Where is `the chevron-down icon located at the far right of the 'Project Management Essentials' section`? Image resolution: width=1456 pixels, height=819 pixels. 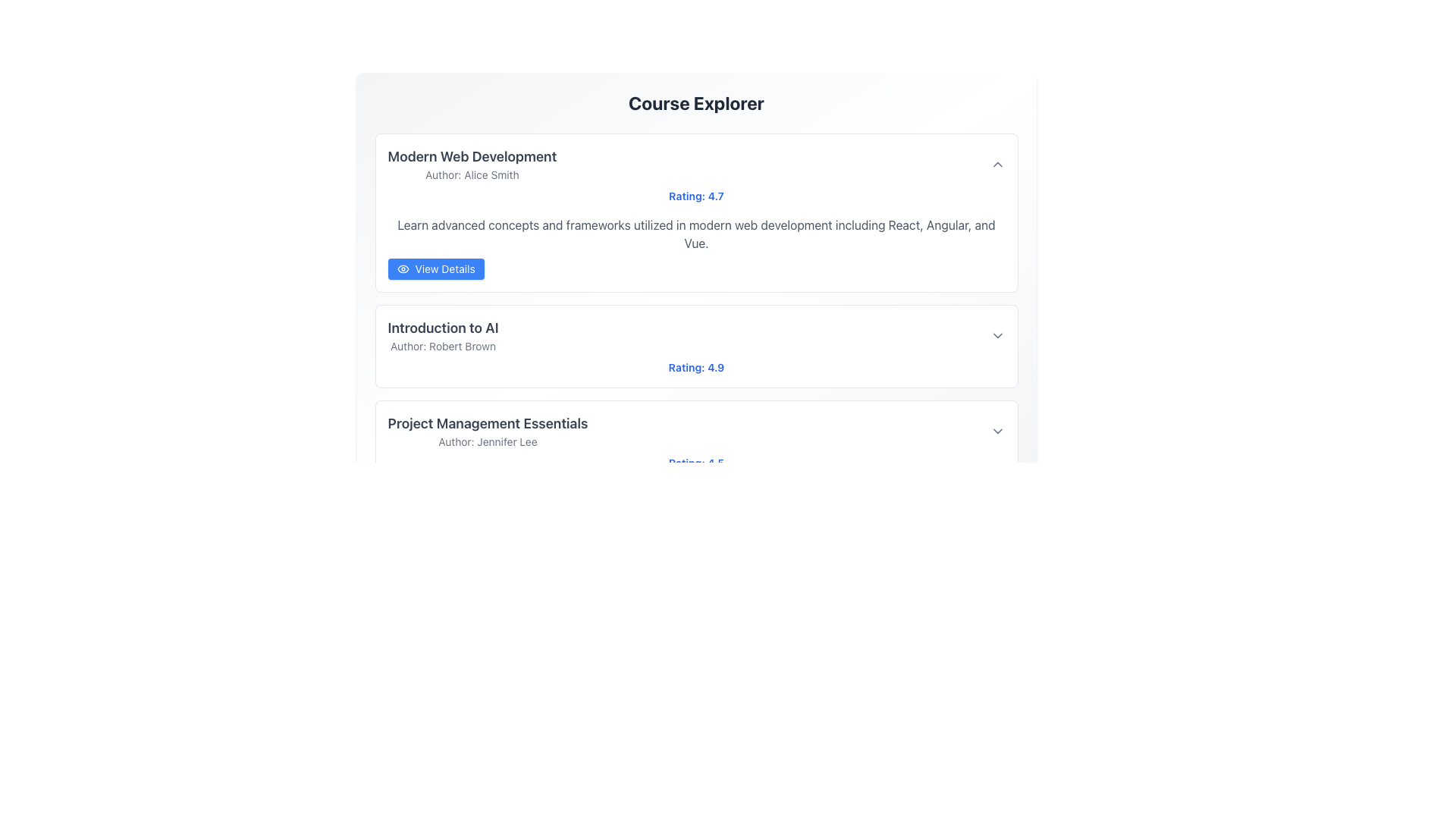
the chevron-down icon located at the far right of the 'Project Management Essentials' section is located at coordinates (997, 431).